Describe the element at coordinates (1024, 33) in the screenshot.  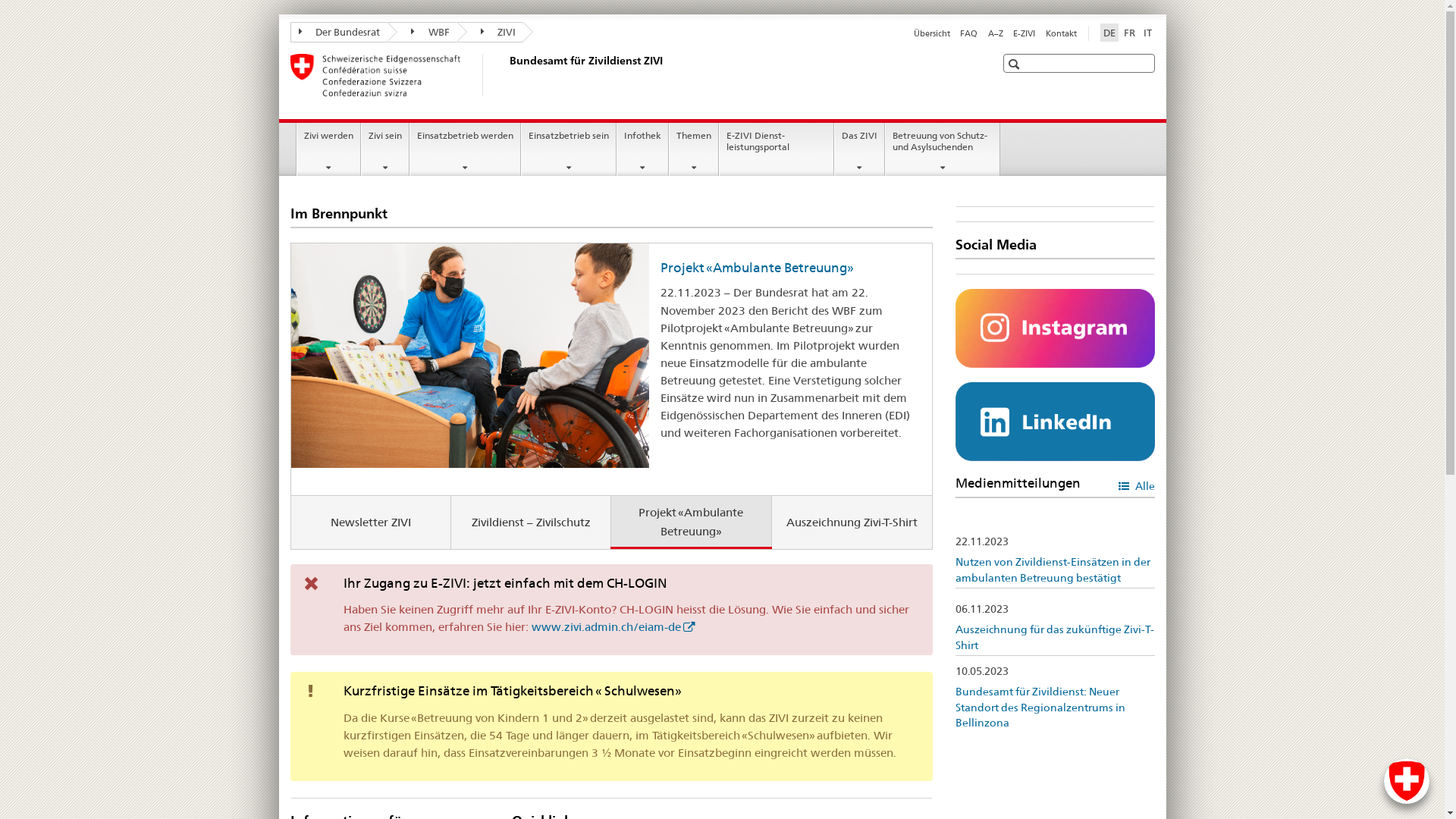
I see `'E-ZIVI'` at that location.